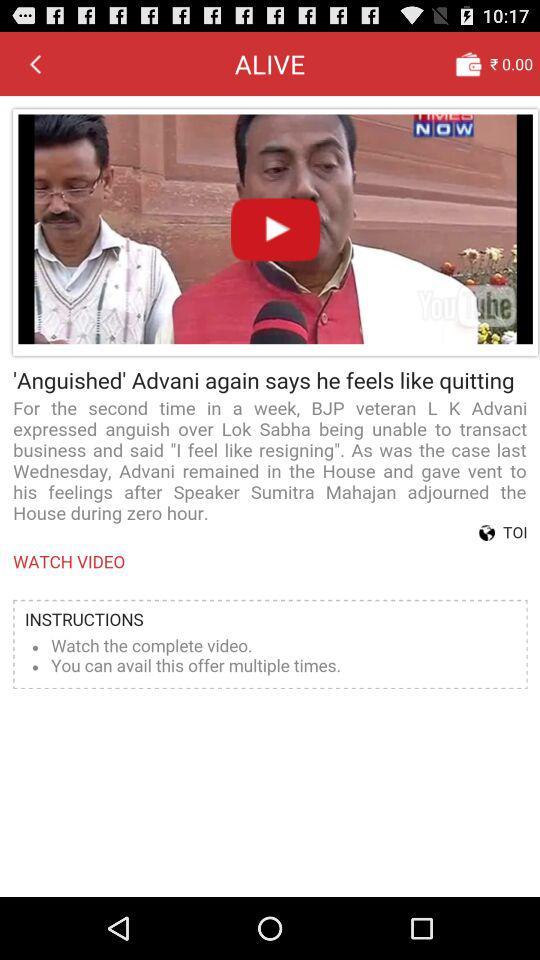 The image size is (540, 960). I want to click on the arrow_backward icon, so click(35, 68).